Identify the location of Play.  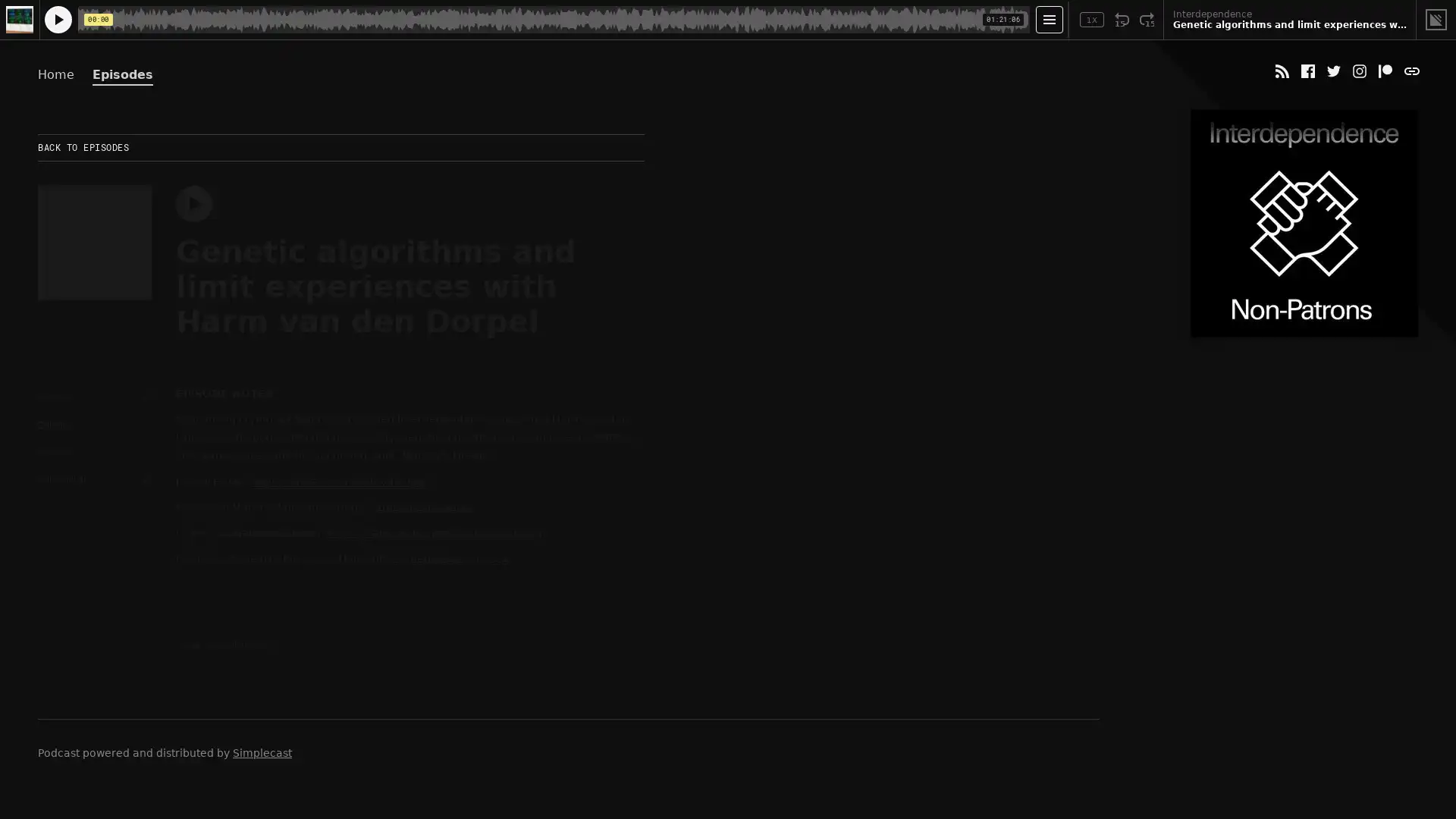
(58, 20).